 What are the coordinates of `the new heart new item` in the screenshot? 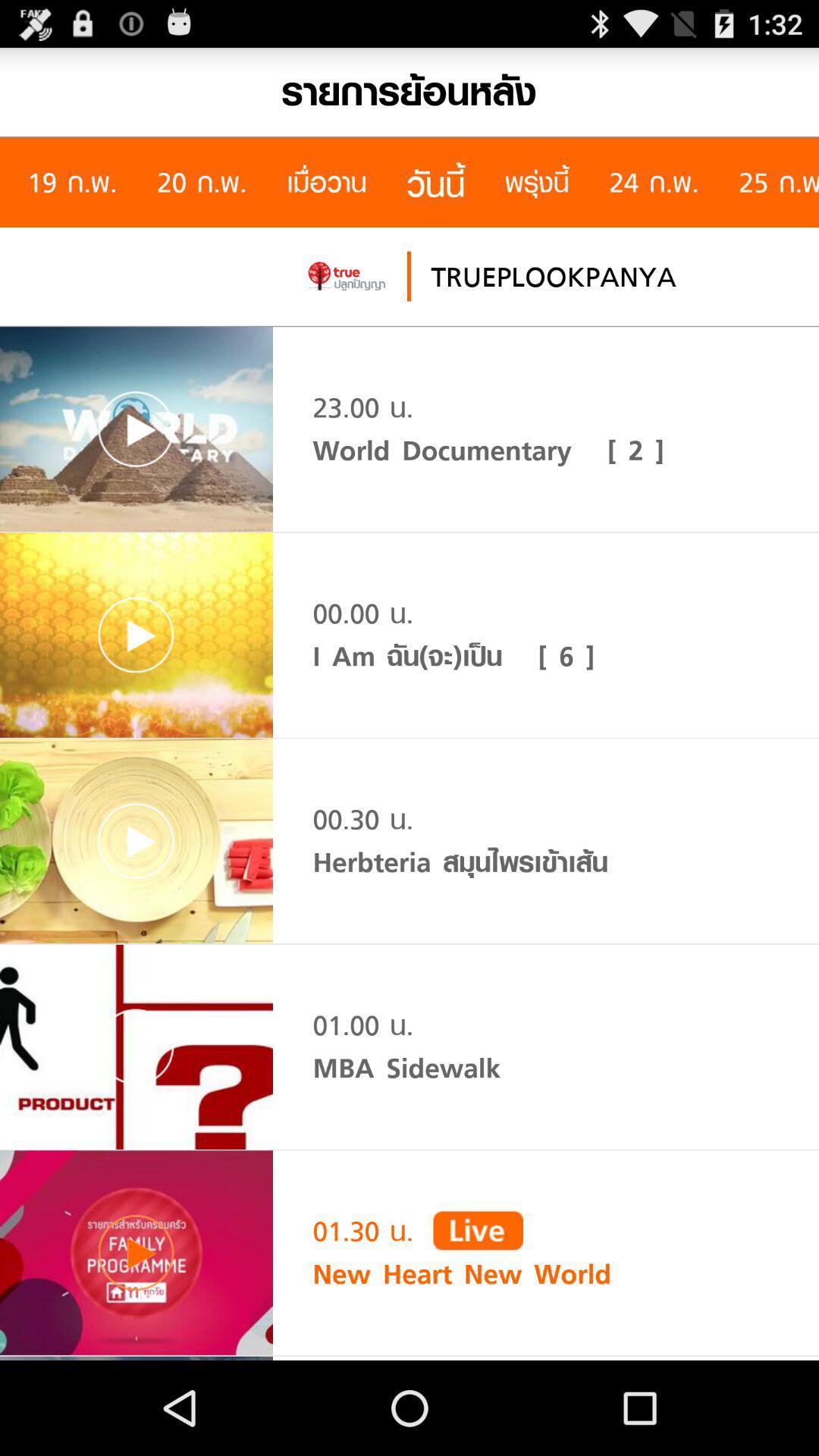 It's located at (461, 1274).